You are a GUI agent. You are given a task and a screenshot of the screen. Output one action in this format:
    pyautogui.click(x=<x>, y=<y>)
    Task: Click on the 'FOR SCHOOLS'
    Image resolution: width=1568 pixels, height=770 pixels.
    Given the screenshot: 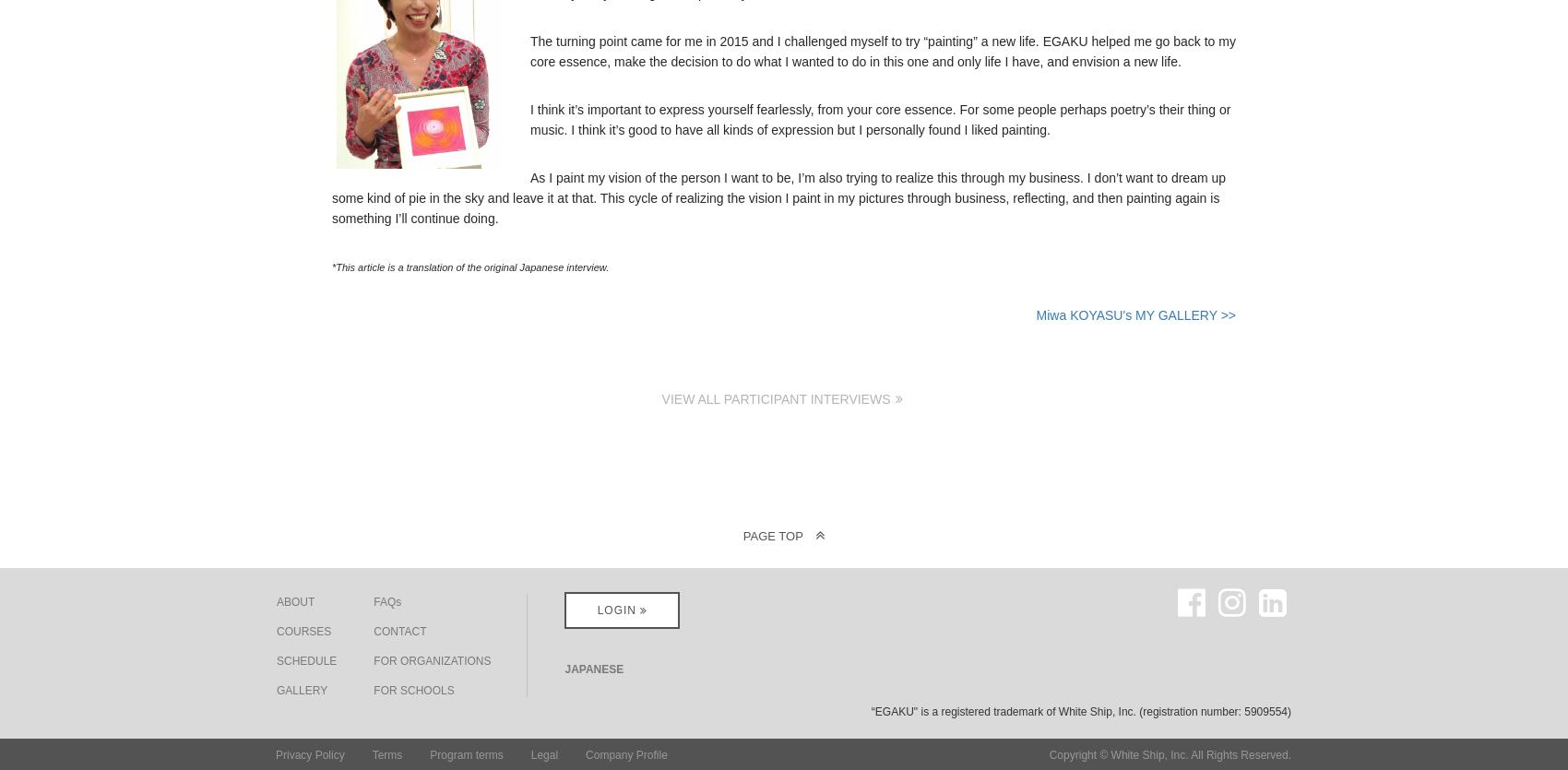 What is the action you would take?
    pyautogui.click(x=413, y=689)
    